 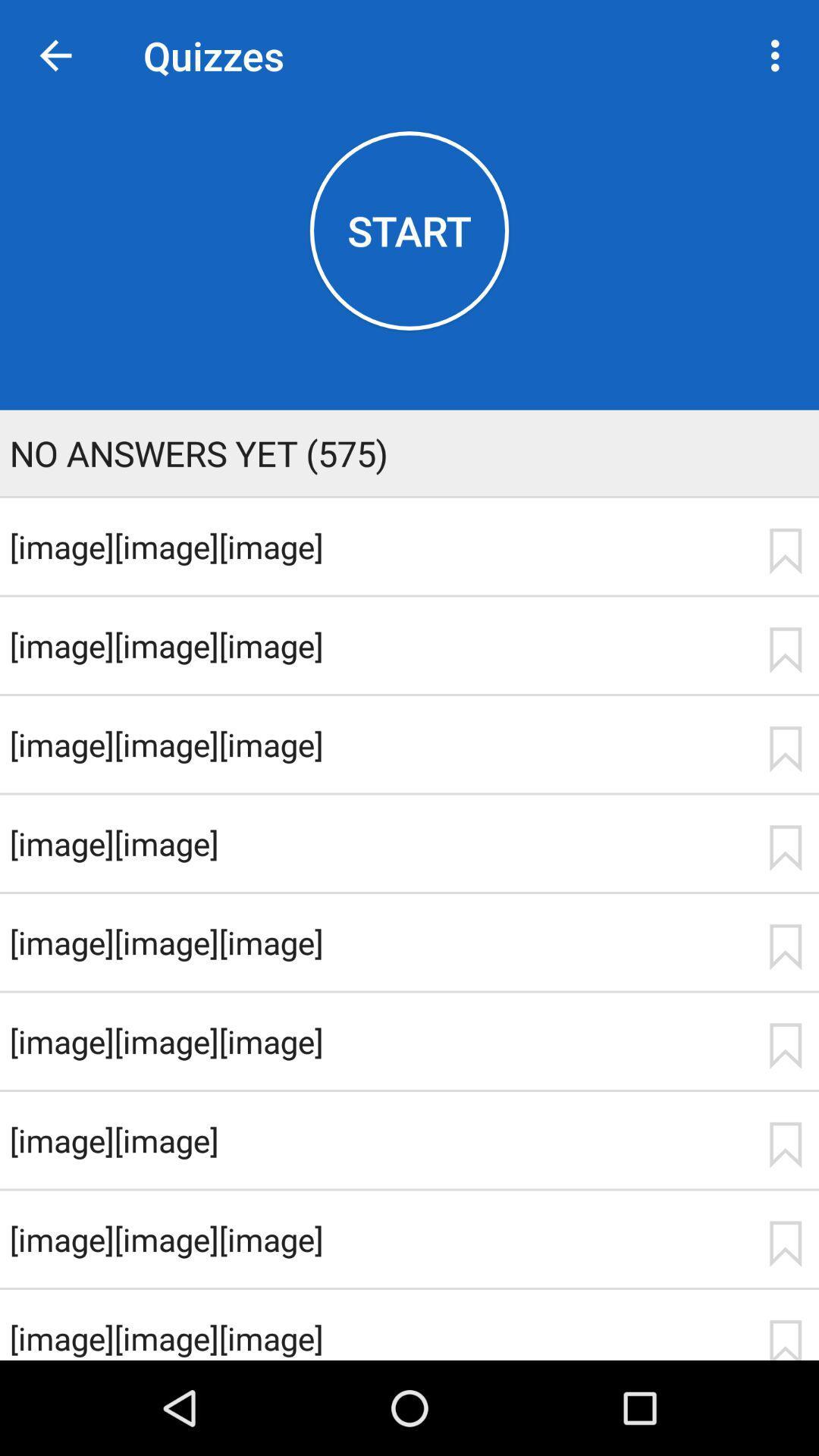 What do you see at coordinates (785, 749) in the screenshot?
I see `app to the right of [image][image][image] icon` at bounding box center [785, 749].